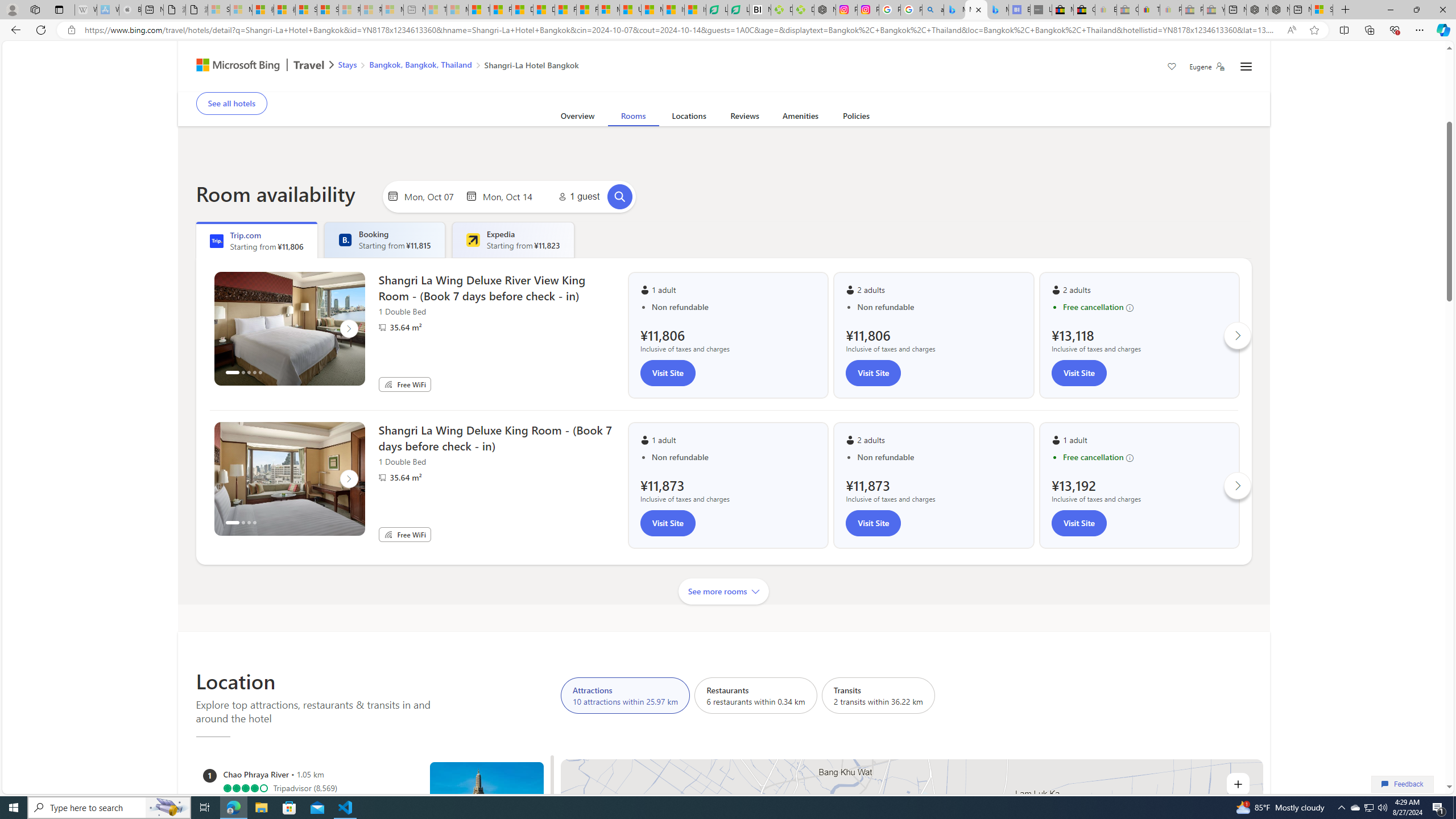 This screenshot has width=1456, height=819. What do you see at coordinates (1170, 9) in the screenshot?
I see `'Payments Terms of Use | eBay.com - Sleeping'` at bounding box center [1170, 9].